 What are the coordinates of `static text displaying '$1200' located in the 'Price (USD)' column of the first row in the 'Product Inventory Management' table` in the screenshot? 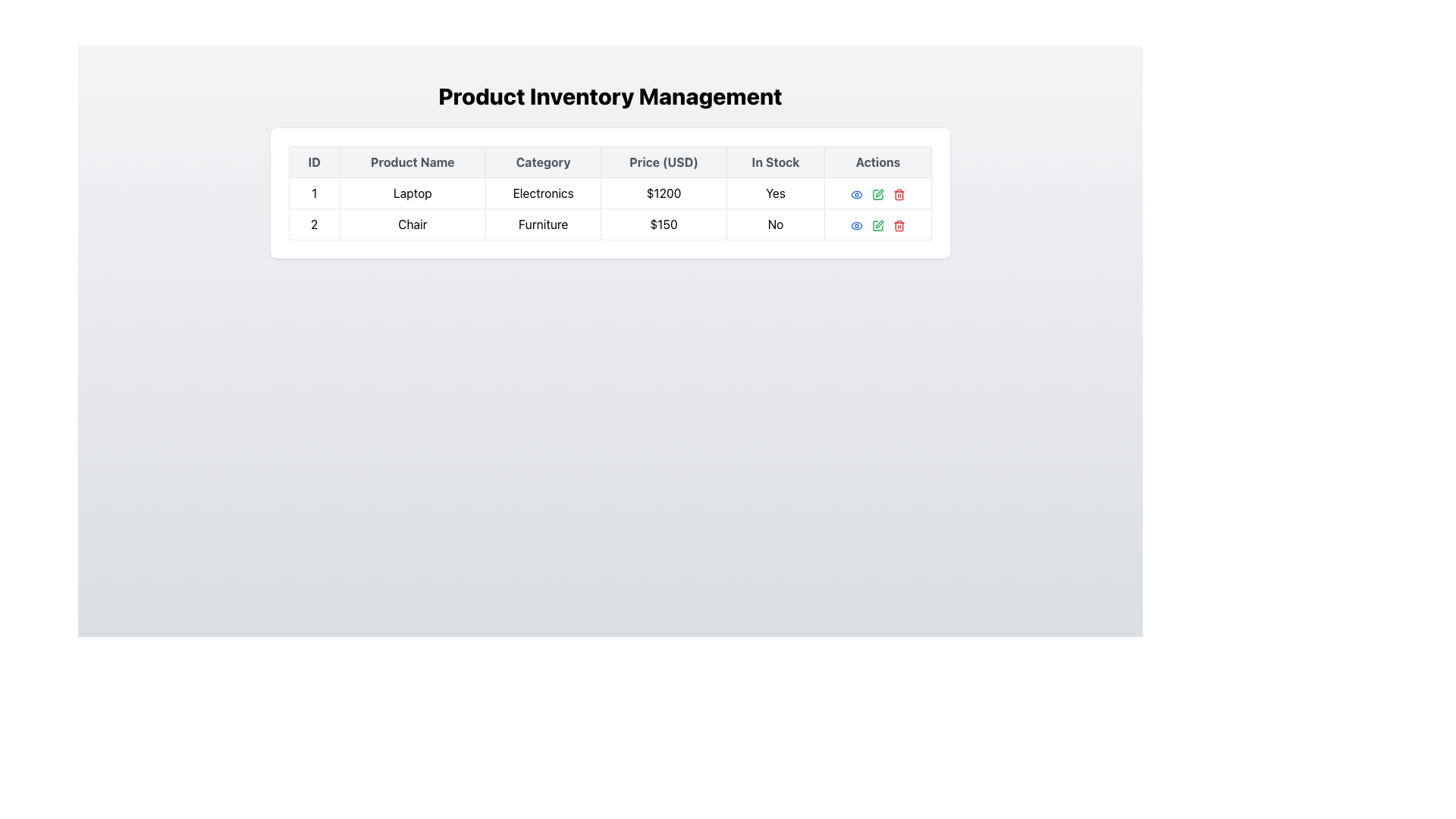 It's located at (664, 192).